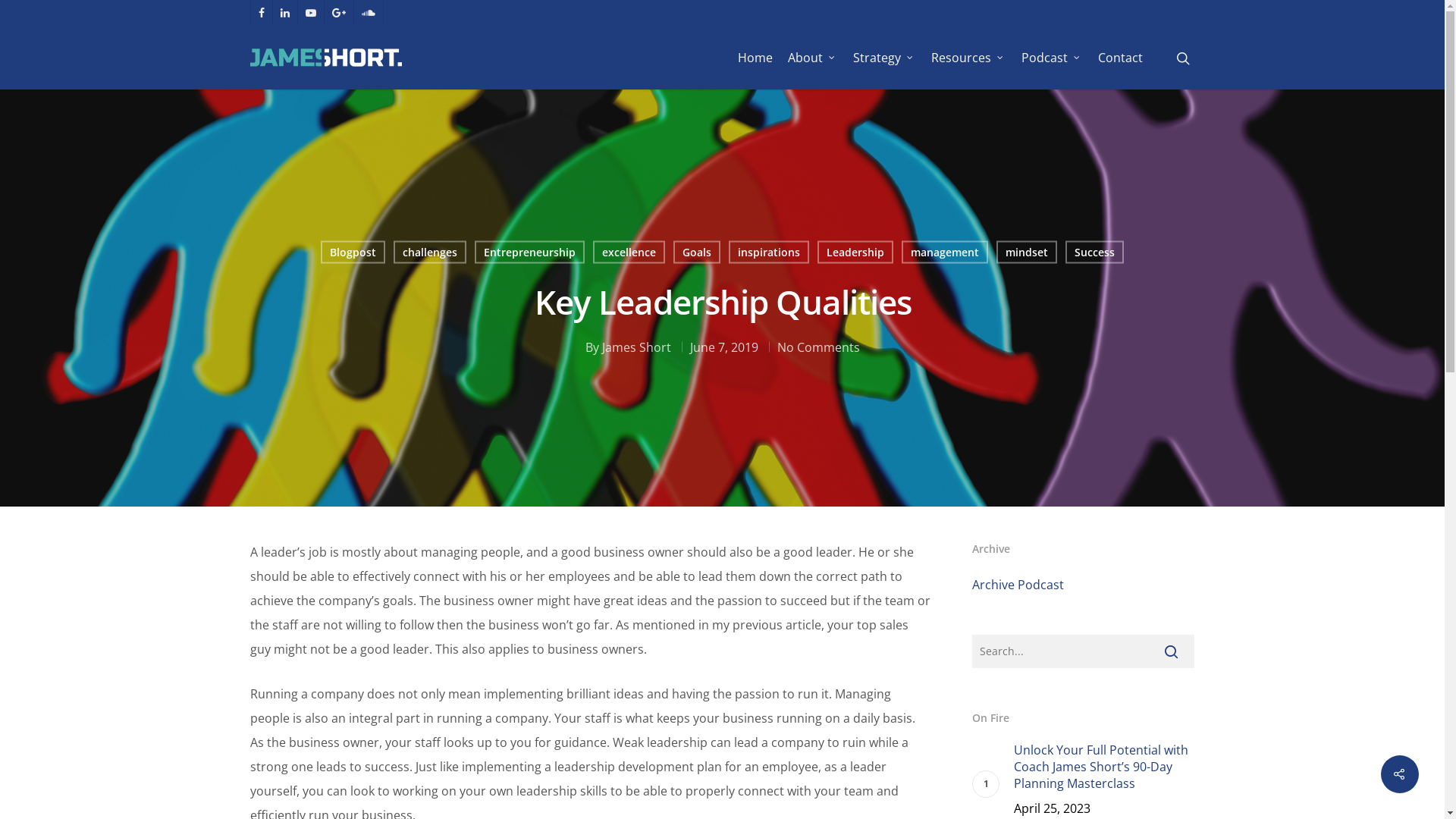  Describe the element at coordinates (351, 251) in the screenshot. I see `'Blogpost'` at that location.